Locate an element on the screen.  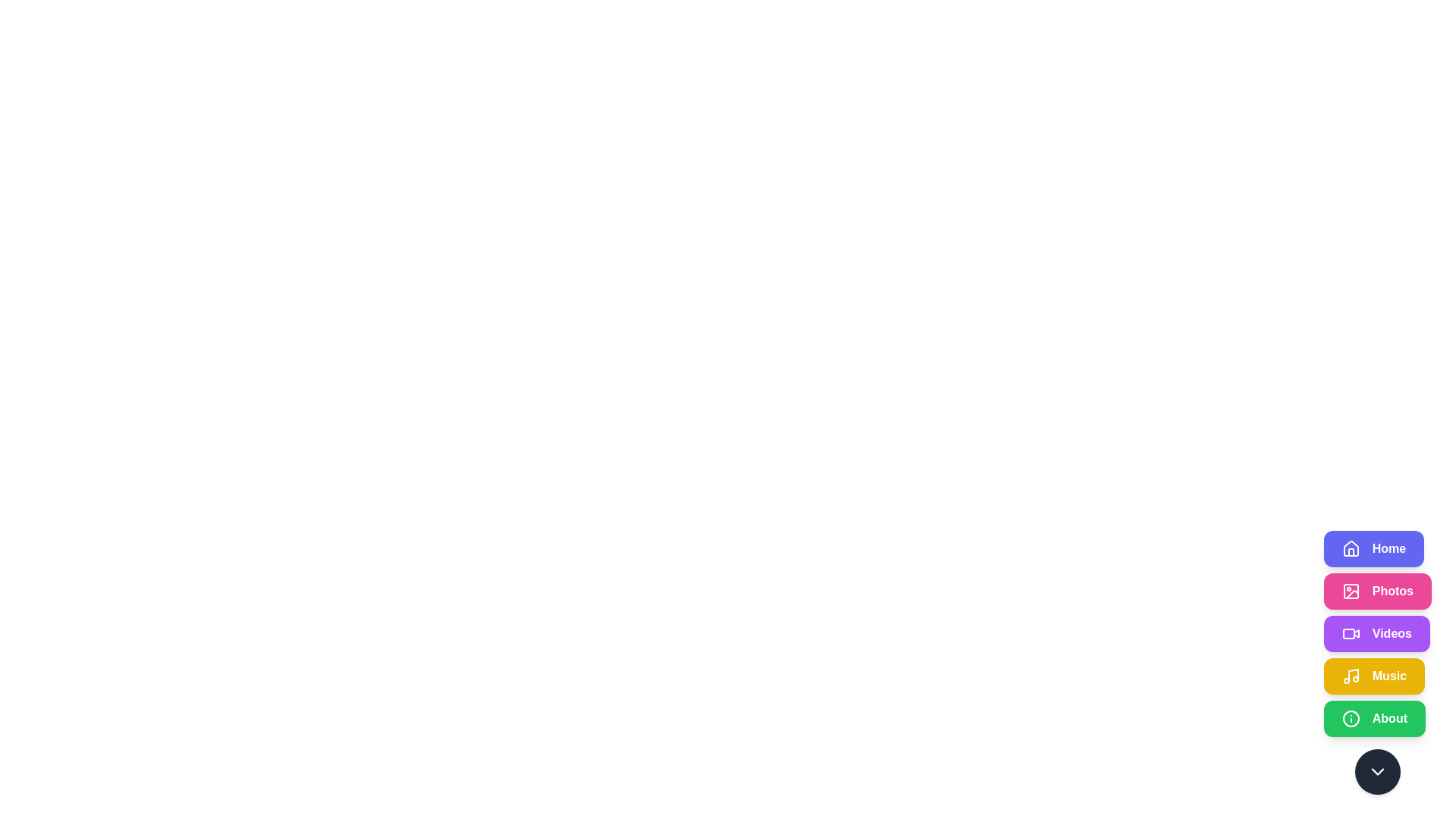
the Photos button to observe its hover effect is located at coordinates (1377, 590).